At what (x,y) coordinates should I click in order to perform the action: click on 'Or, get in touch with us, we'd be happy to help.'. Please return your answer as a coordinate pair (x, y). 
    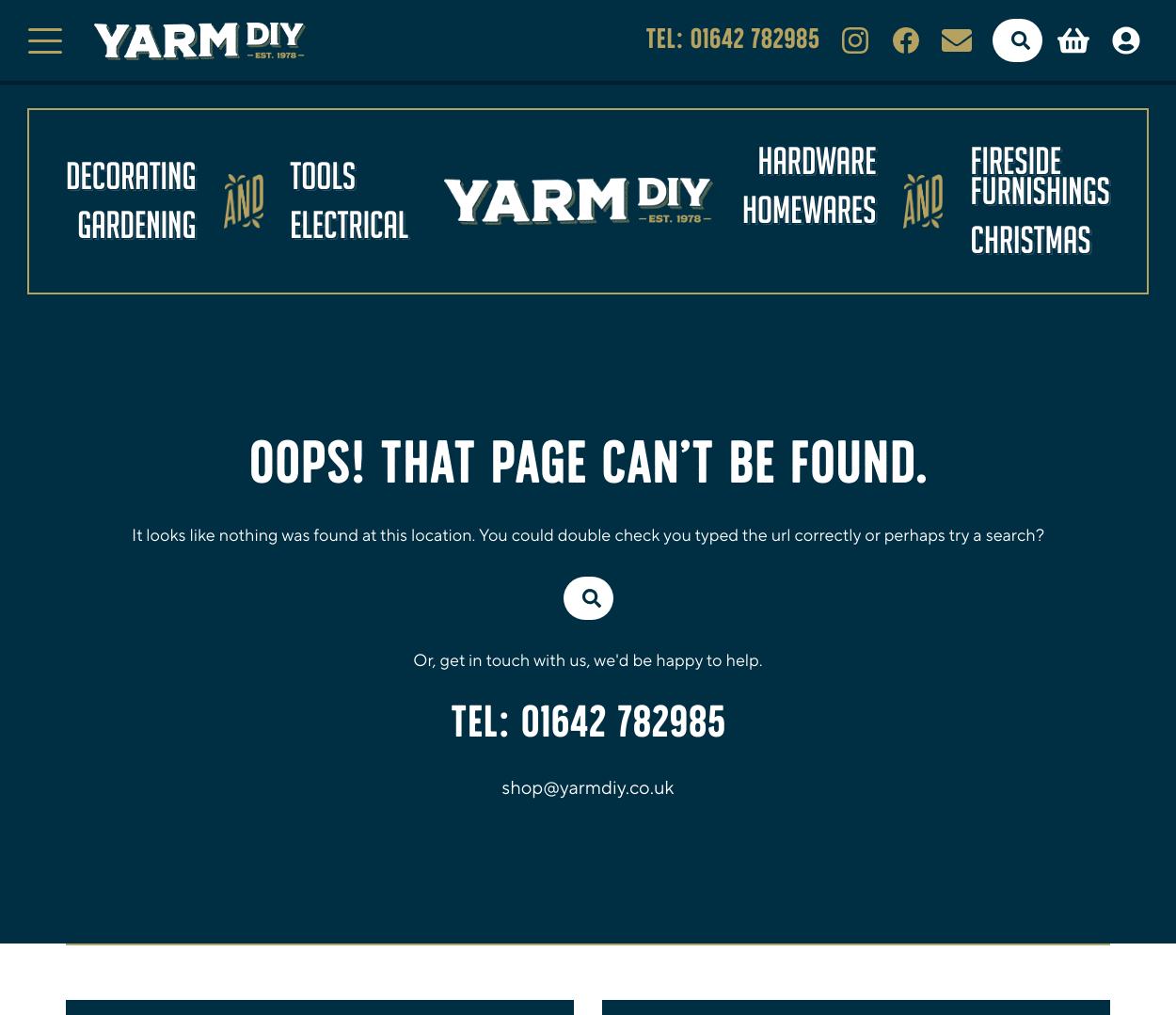
    Looking at the image, I should click on (412, 659).